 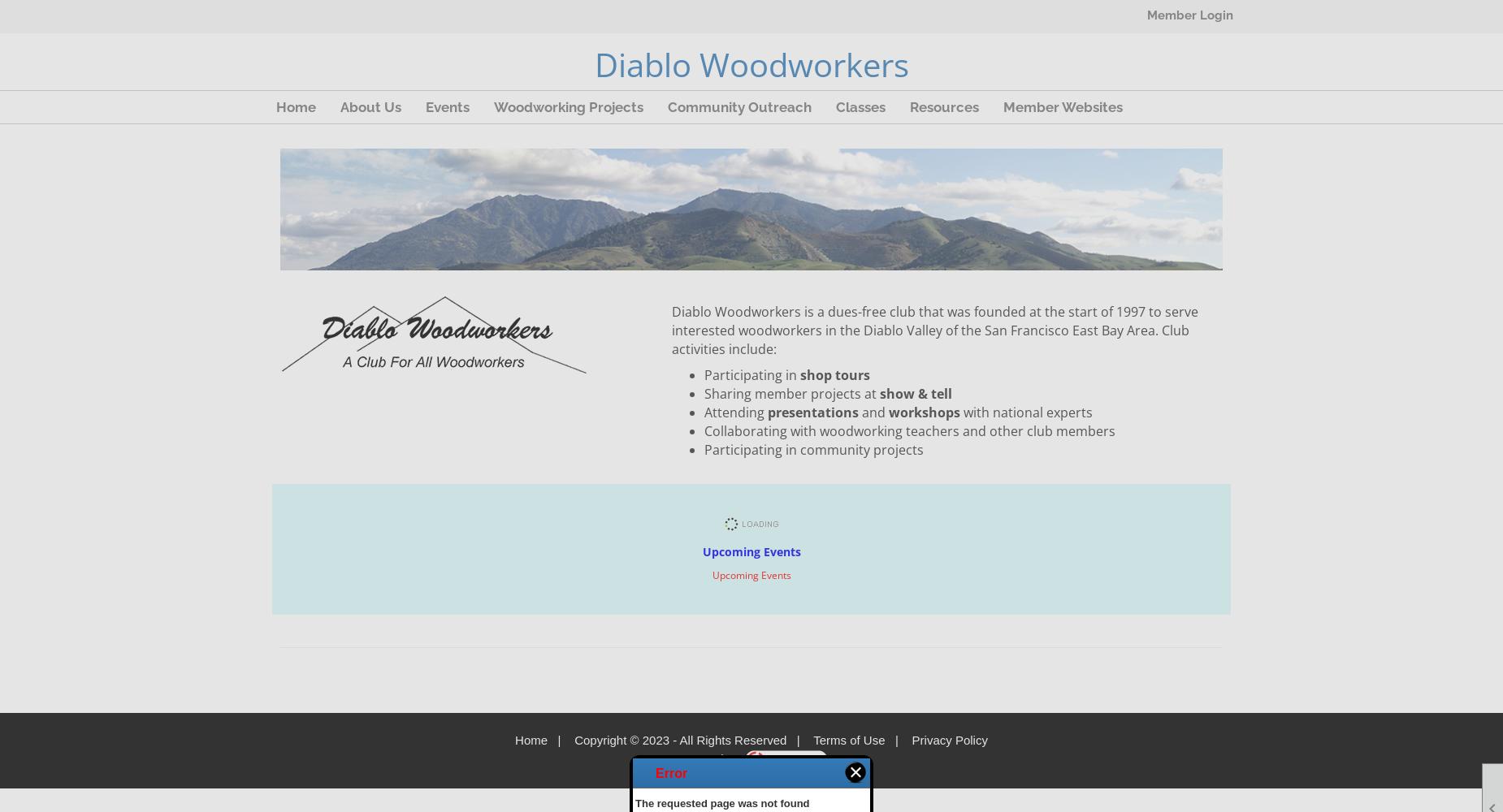 I want to click on 'with national experts', so click(x=963, y=412).